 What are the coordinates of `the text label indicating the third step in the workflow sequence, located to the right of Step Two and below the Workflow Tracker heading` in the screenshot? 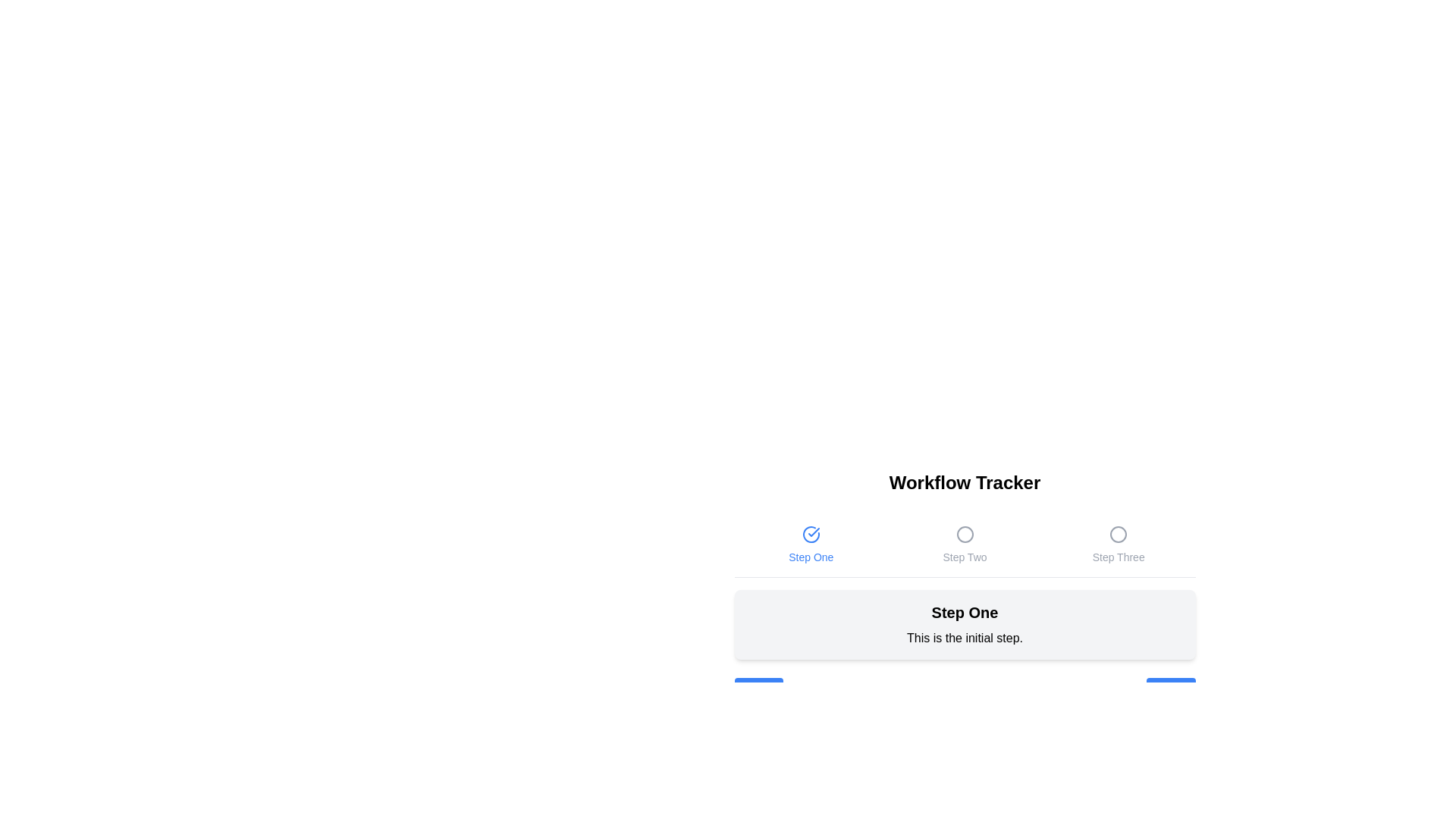 It's located at (1119, 557).